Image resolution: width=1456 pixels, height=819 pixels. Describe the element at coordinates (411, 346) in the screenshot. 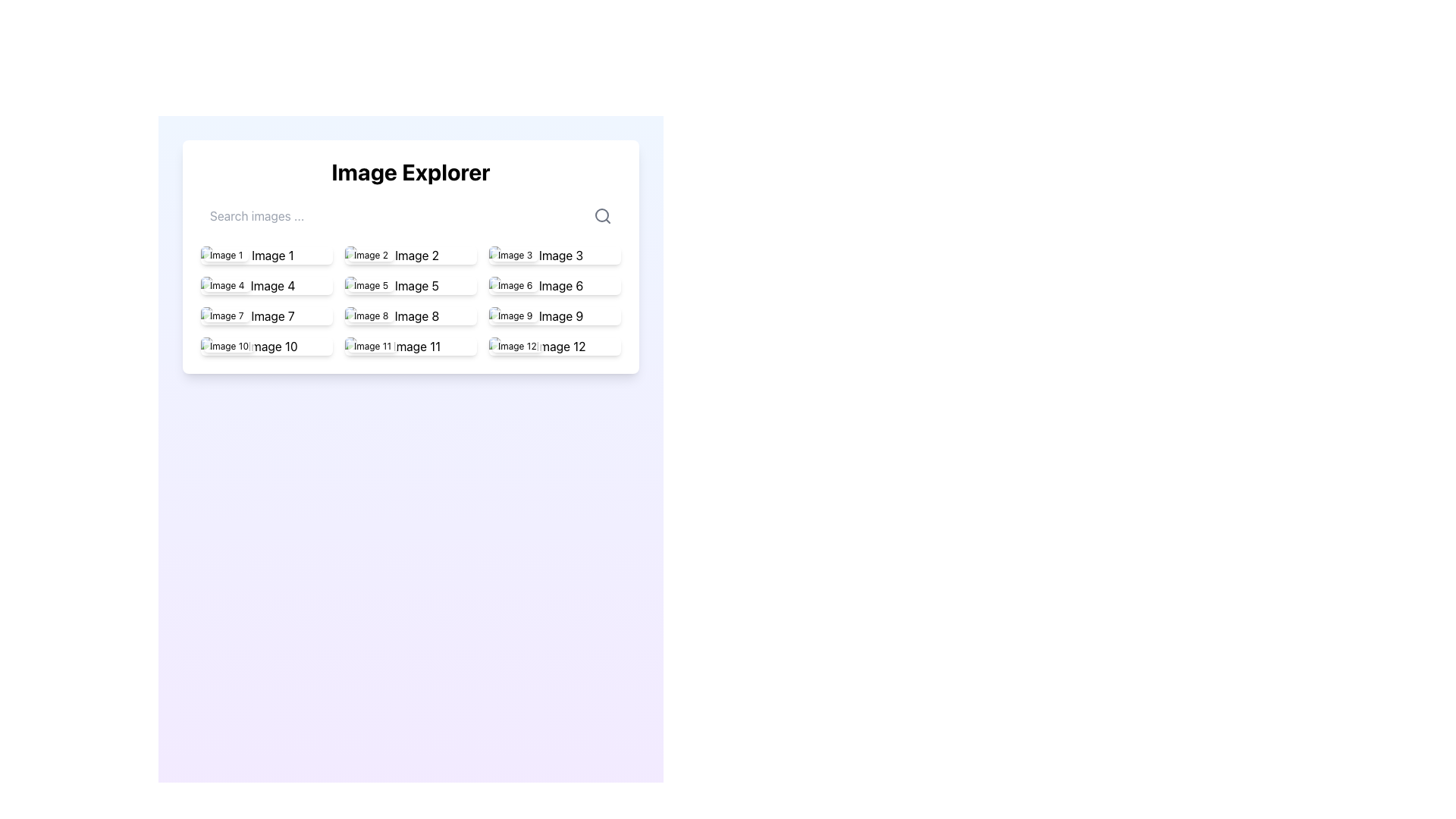

I see `the Image Thumbnail with Label displaying 'Image 11'` at that location.